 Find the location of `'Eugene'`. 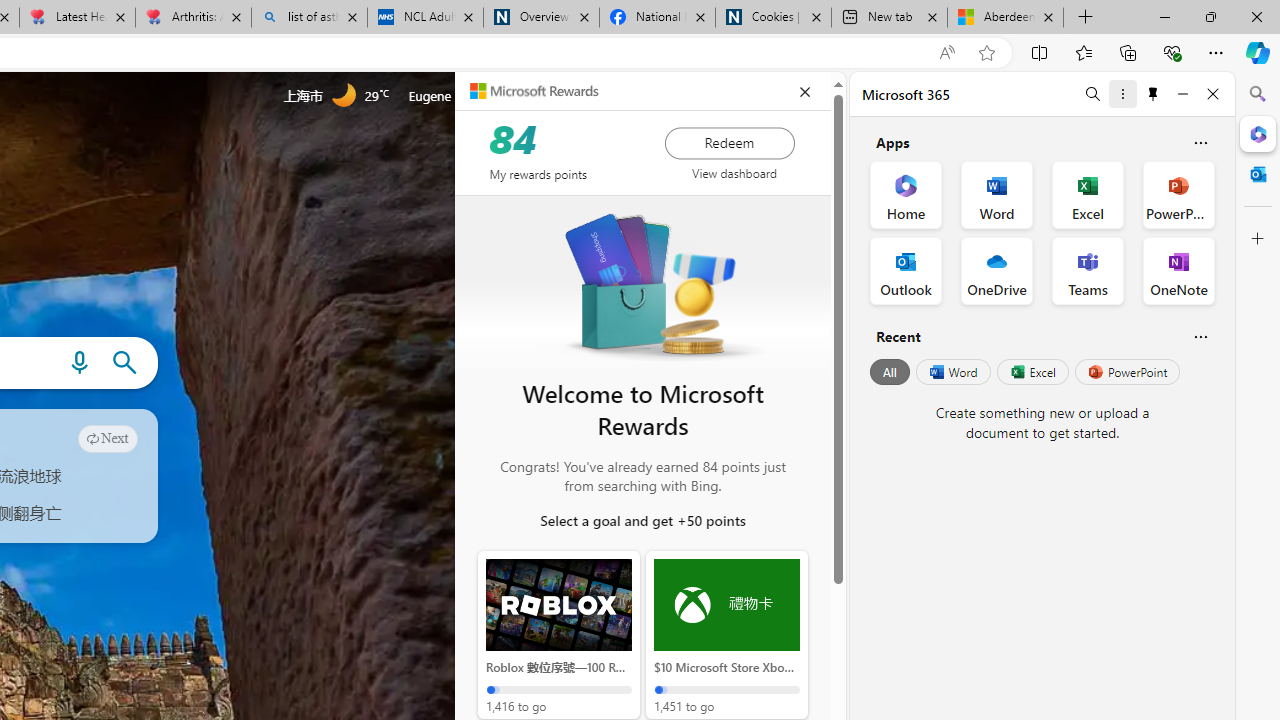

'Eugene' is located at coordinates (456, 95).